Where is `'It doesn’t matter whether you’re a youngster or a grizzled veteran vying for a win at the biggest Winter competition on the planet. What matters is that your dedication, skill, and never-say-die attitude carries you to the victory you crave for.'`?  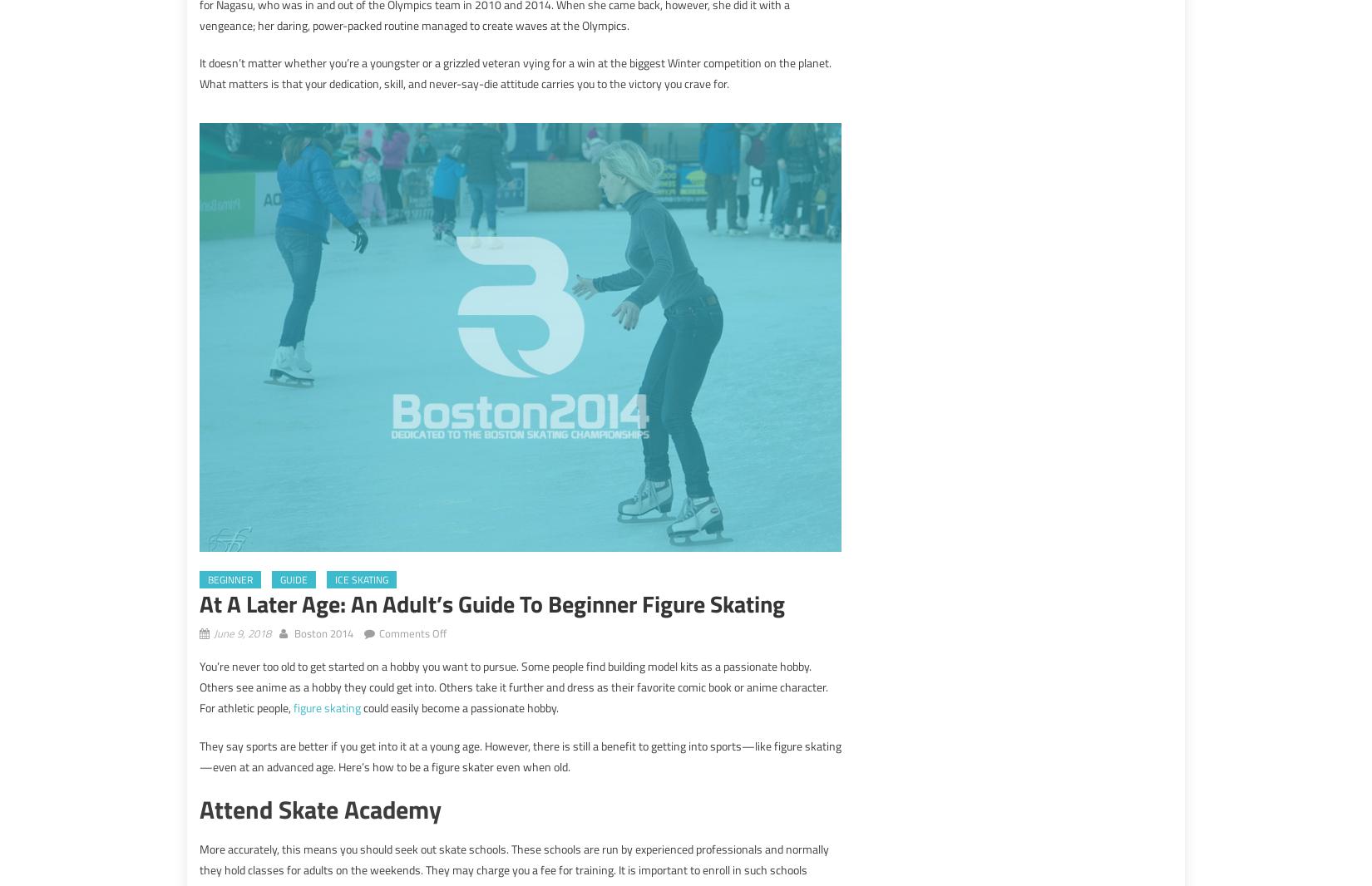 'It doesn’t matter whether you’re a youngster or a grizzled veteran vying for a win at the biggest Winter competition on the planet. What matters is that your dedication, skill, and never-say-die attitude carries you to the victory you crave for.' is located at coordinates (515, 72).